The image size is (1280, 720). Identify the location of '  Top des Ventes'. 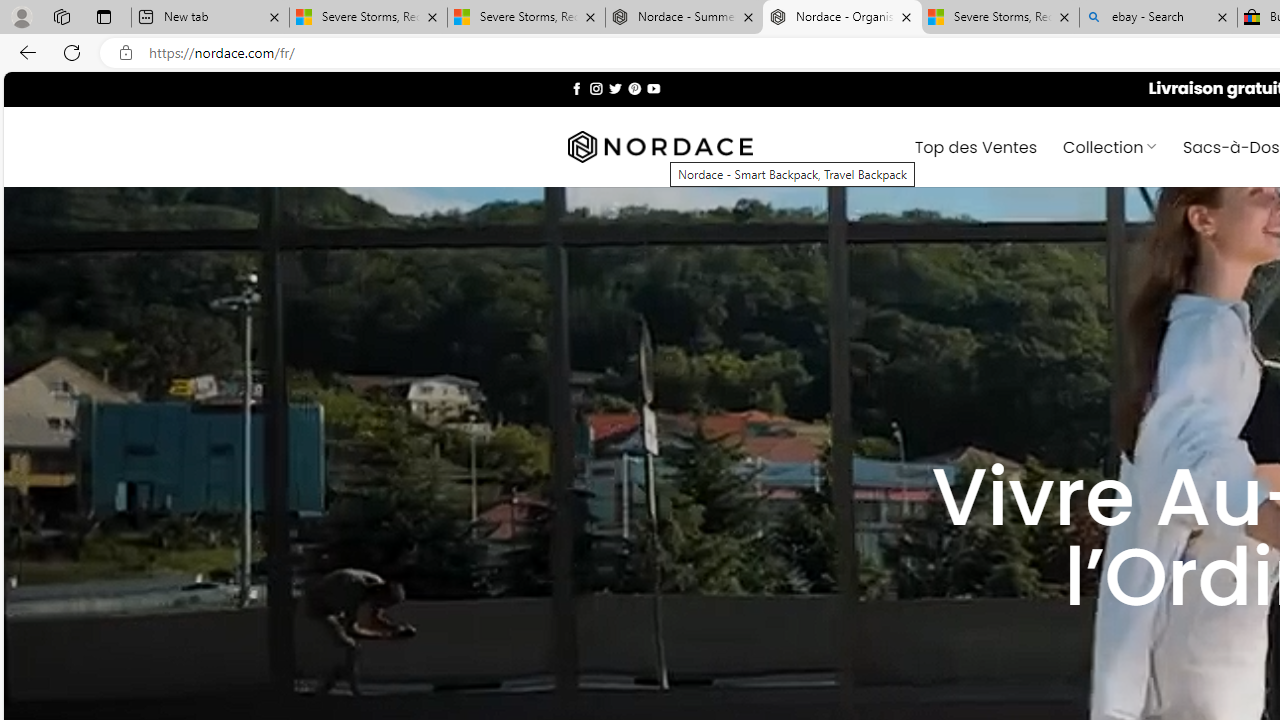
(976, 145).